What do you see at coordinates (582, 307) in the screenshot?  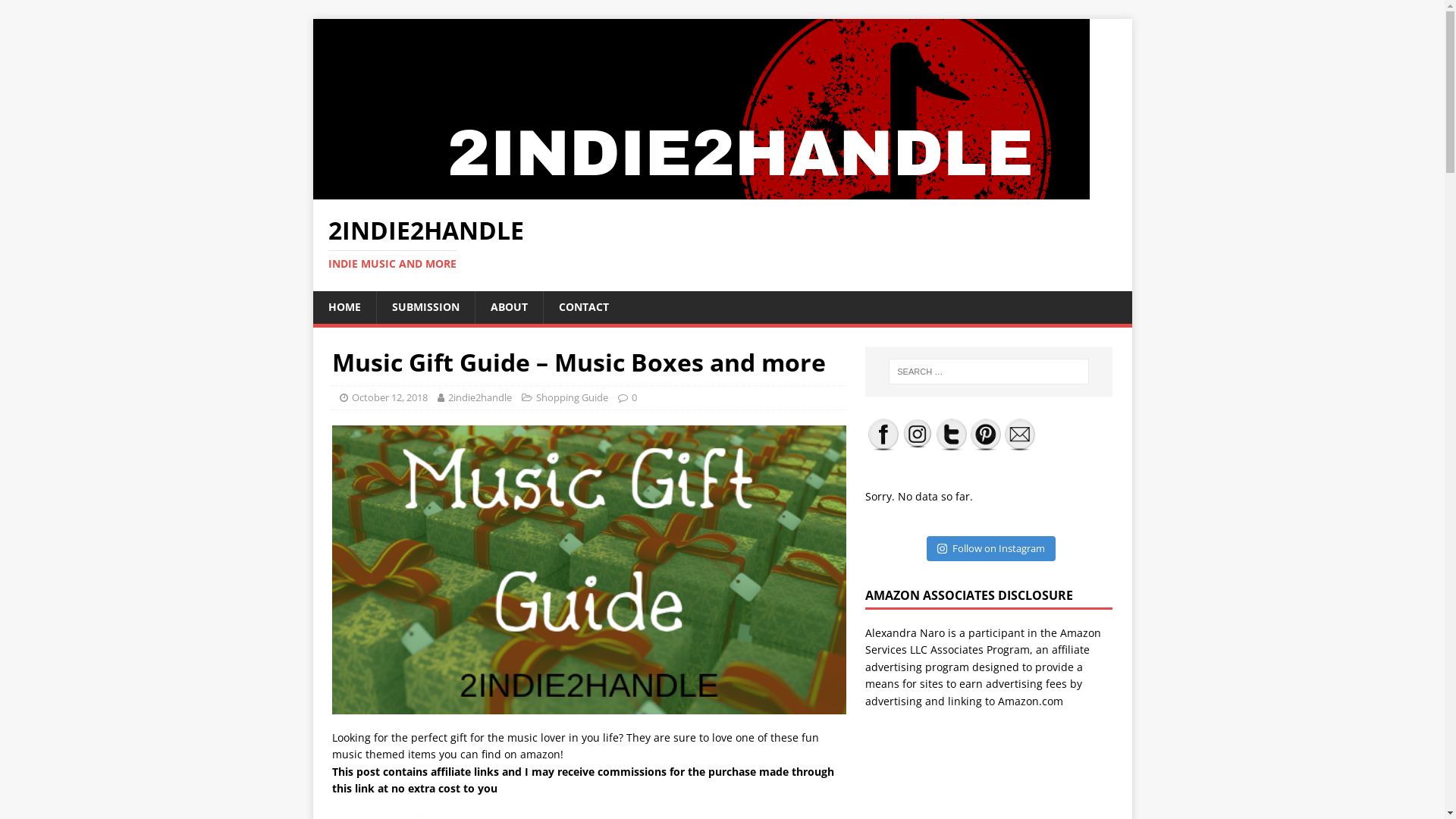 I see `'CONTACT'` at bounding box center [582, 307].